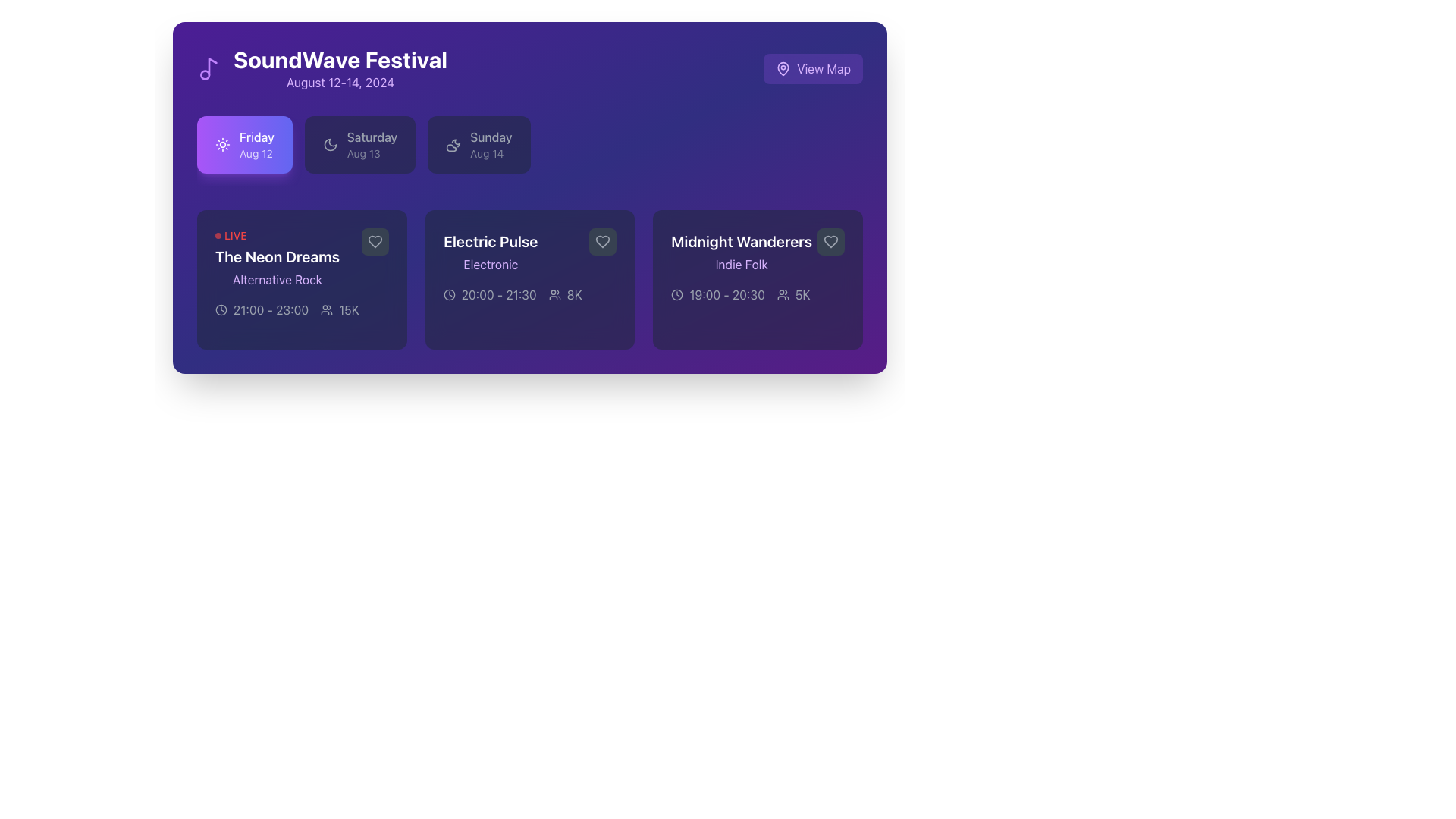  Describe the element at coordinates (726, 295) in the screenshot. I see `time range displayed on the text label showing '19:00 - 20:30' in white sans-serif font on a dark purple background, located at the bottom of the 'Midnight Wanderers' event card` at that location.